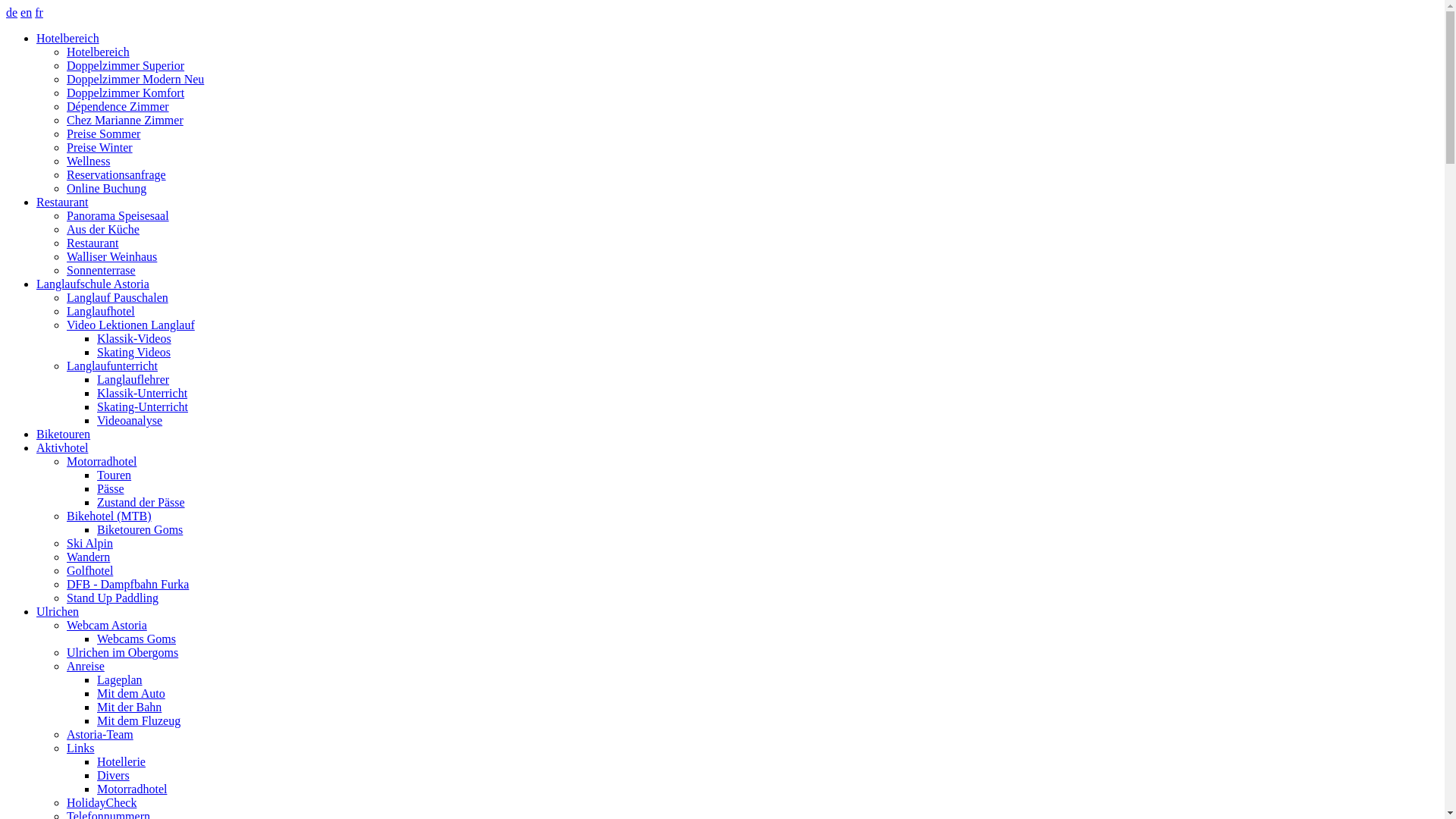 Image resolution: width=1456 pixels, height=819 pixels. What do you see at coordinates (140, 529) in the screenshot?
I see `'Biketouren Goms'` at bounding box center [140, 529].